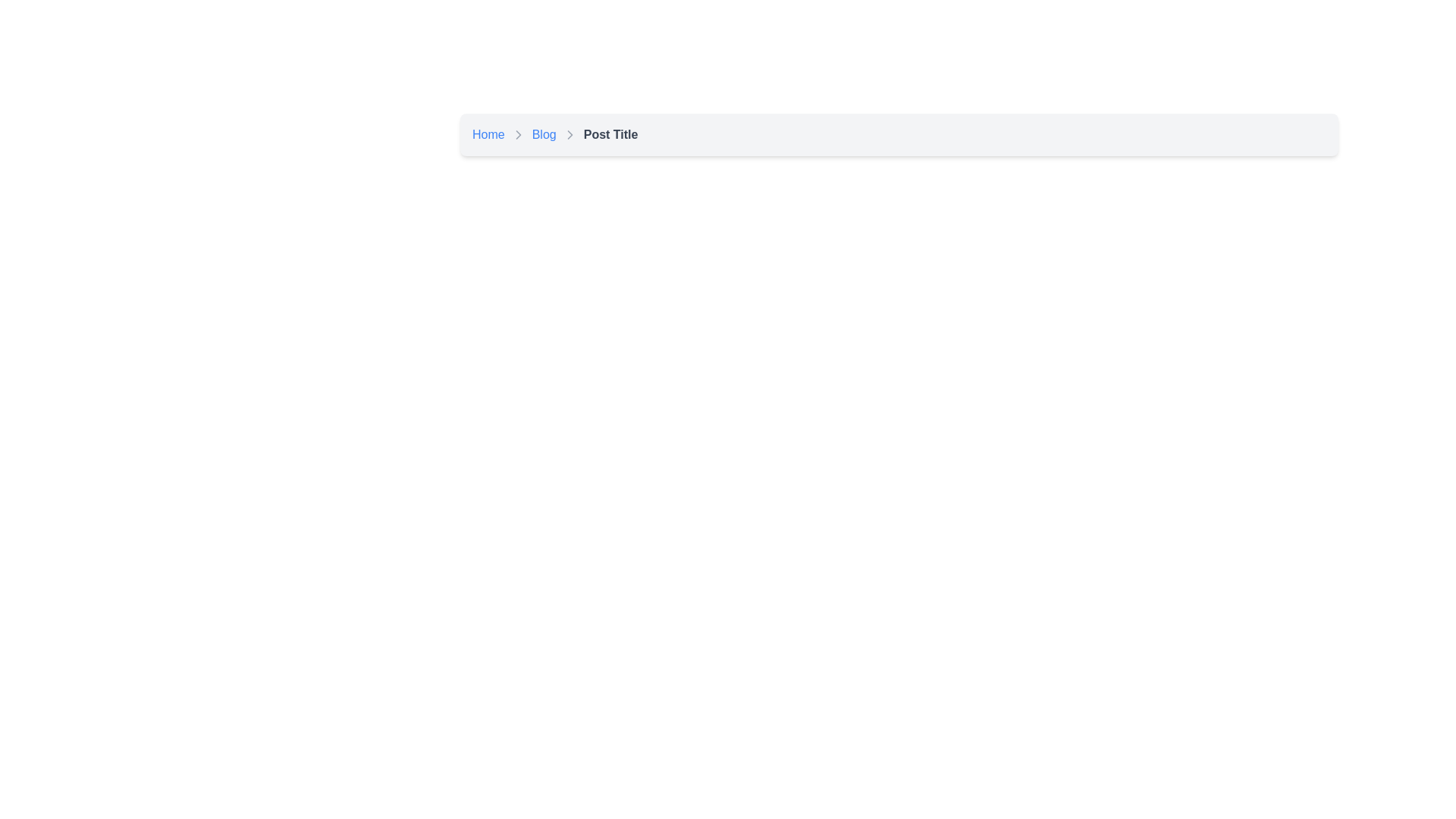  What do you see at coordinates (569, 133) in the screenshot?
I see `the second chevron-right separator in the breadcrumb navigation bar, which visually distinguishes the 'Blog' link from the 'Post Title' label` at bounding box center [569, 133].